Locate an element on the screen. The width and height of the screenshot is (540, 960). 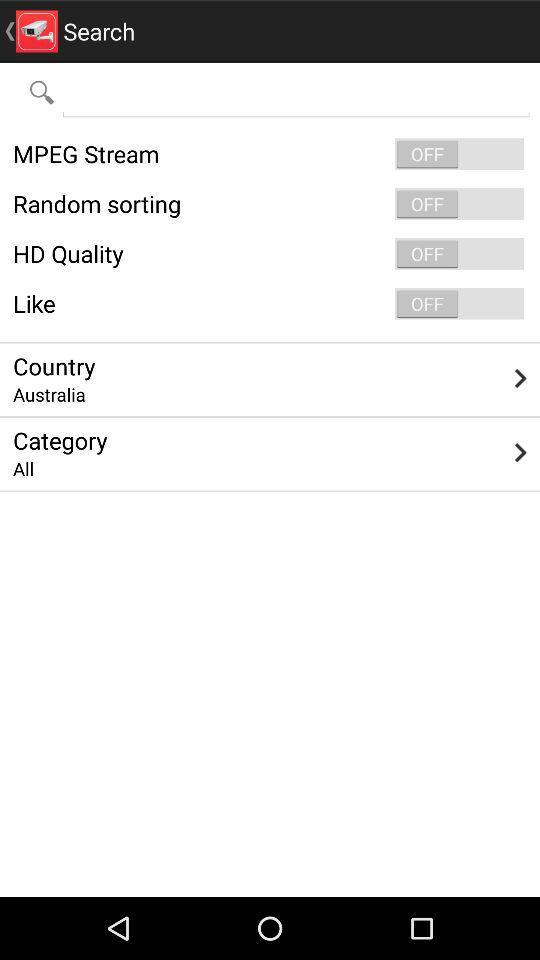
like is located at coordinates (270, 303).